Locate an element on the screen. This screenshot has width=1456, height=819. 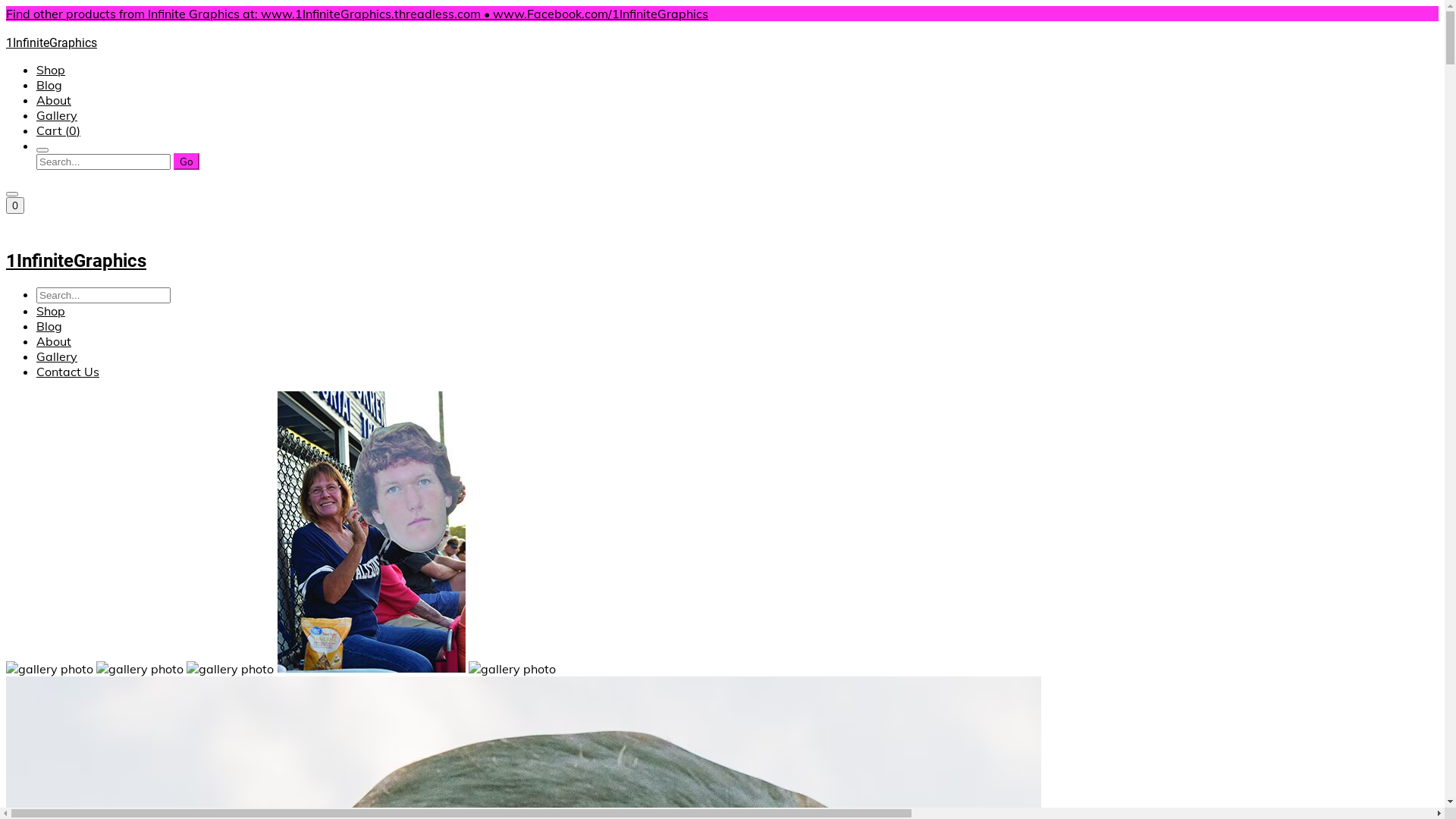
'About' is located at coordinates (54, 341).